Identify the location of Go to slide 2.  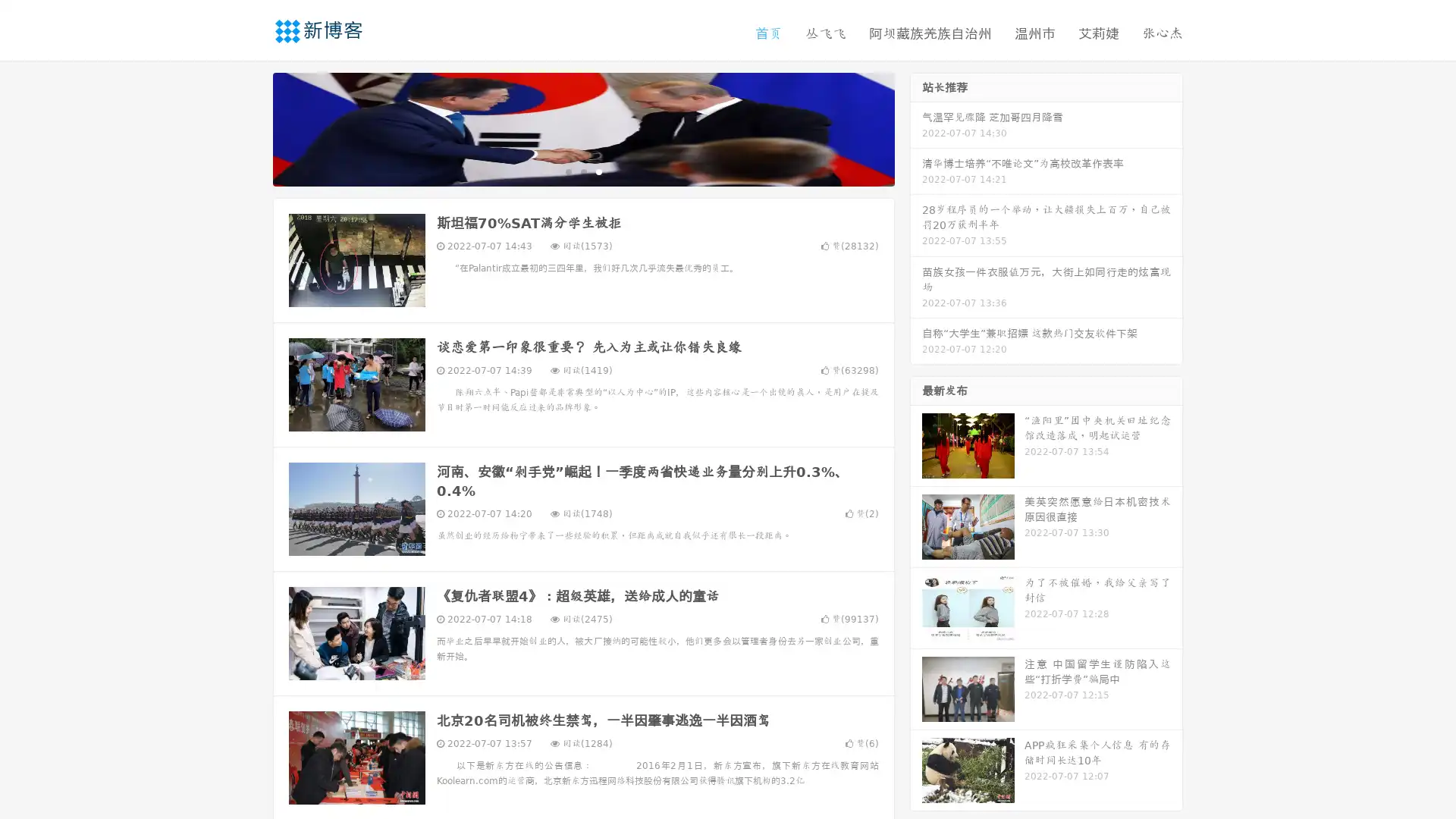
(582, 171).